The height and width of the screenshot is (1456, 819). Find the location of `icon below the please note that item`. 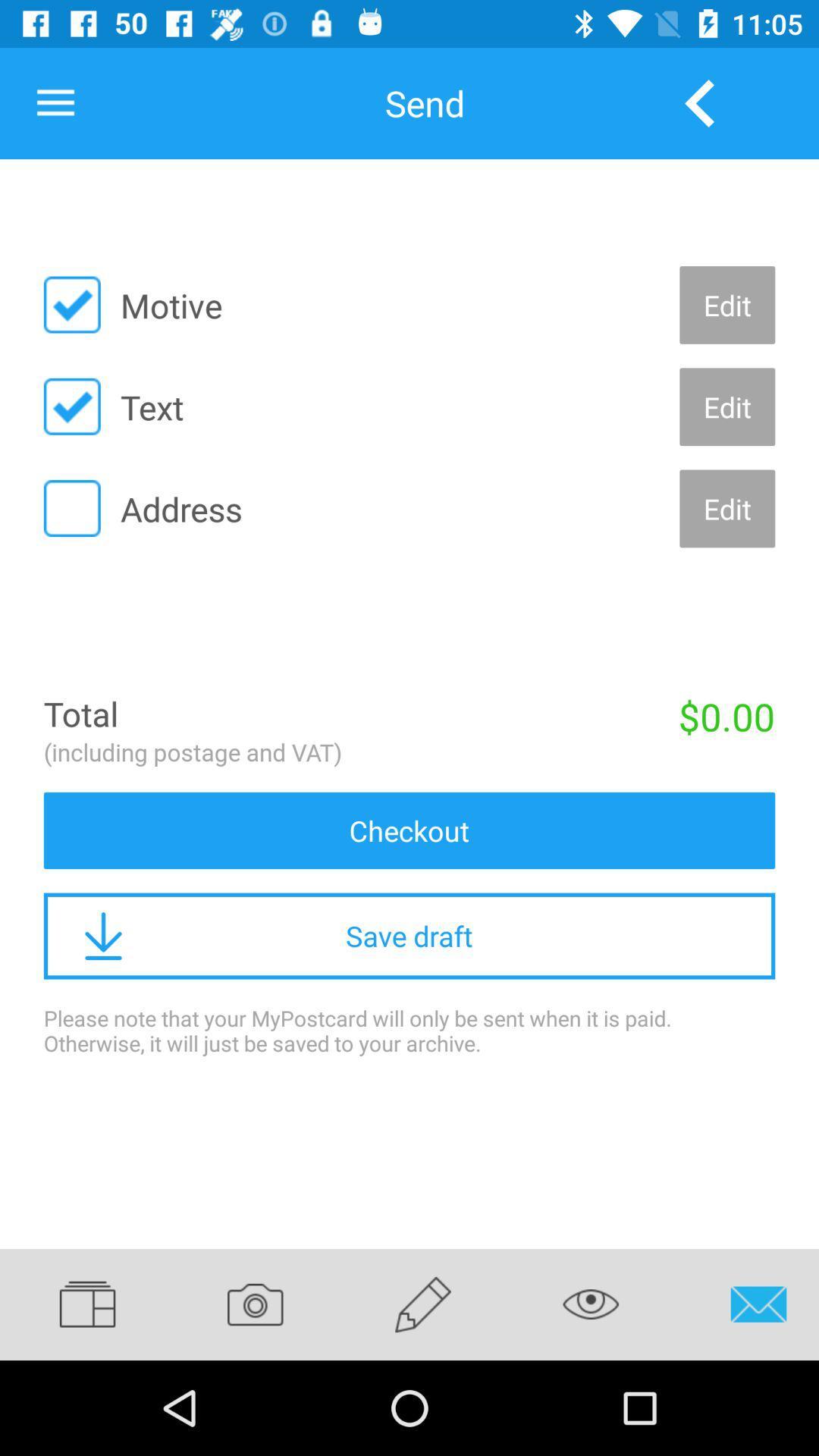

icon below the please note that item is located at coordinates (255, 1304).